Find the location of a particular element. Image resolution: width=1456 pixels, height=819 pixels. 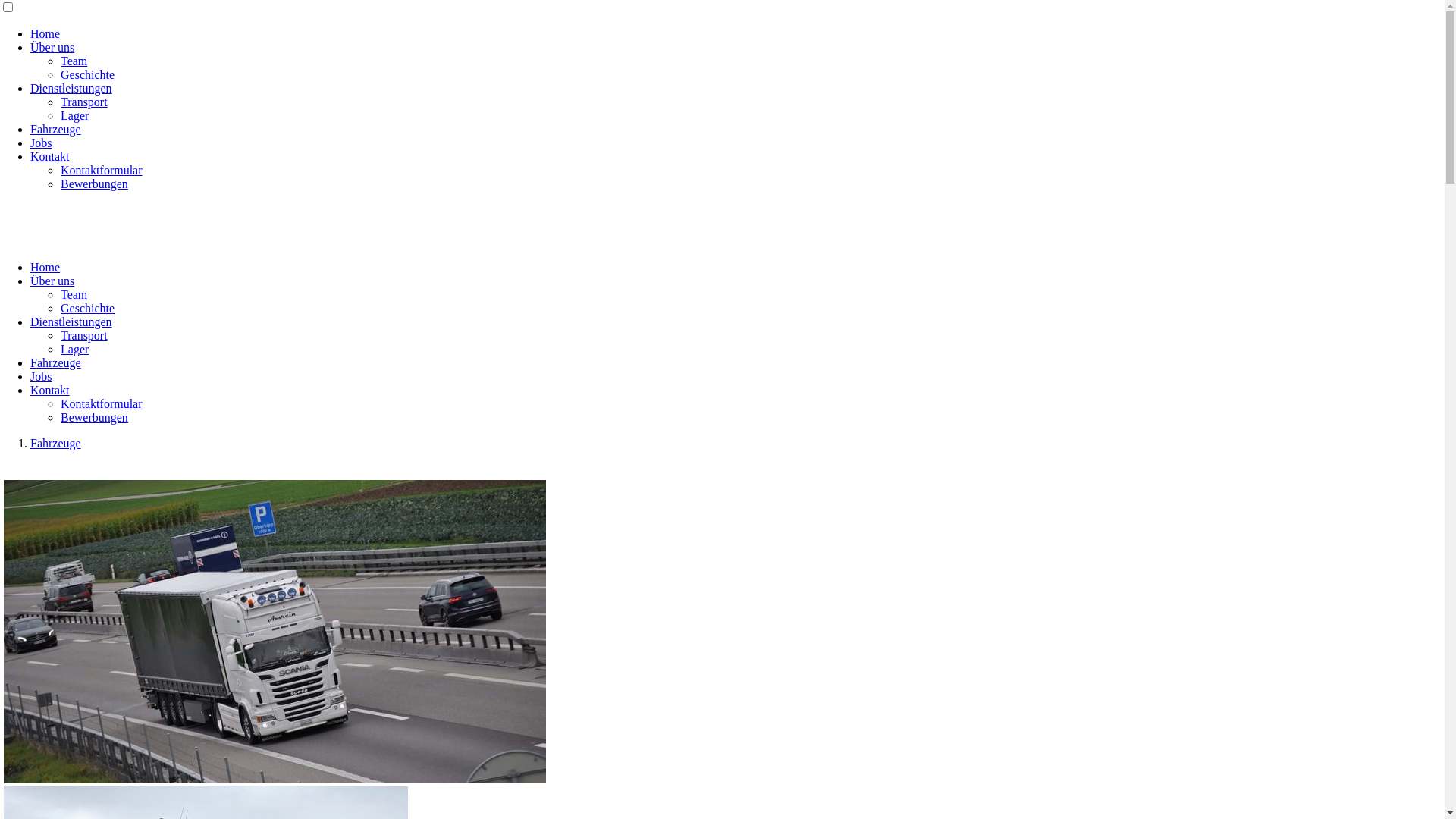

'Lager' is located at coordinates (74, 349).